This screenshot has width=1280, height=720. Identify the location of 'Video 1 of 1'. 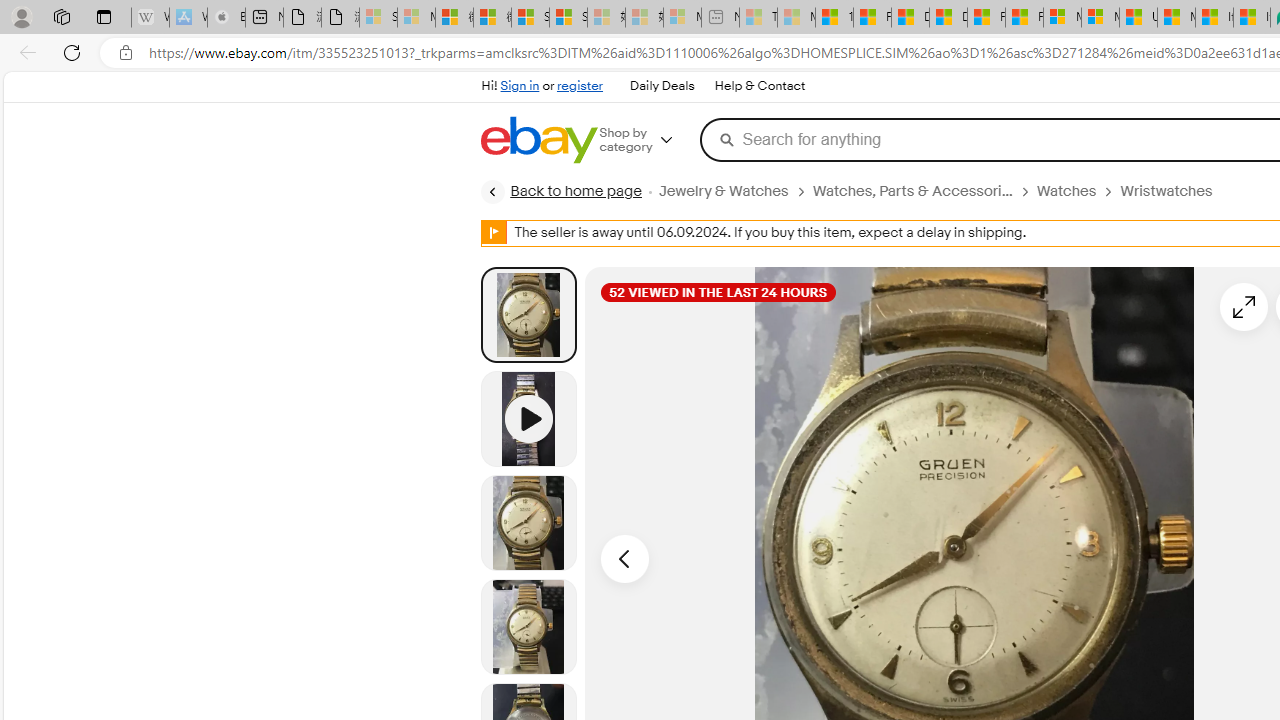
(528, 417).